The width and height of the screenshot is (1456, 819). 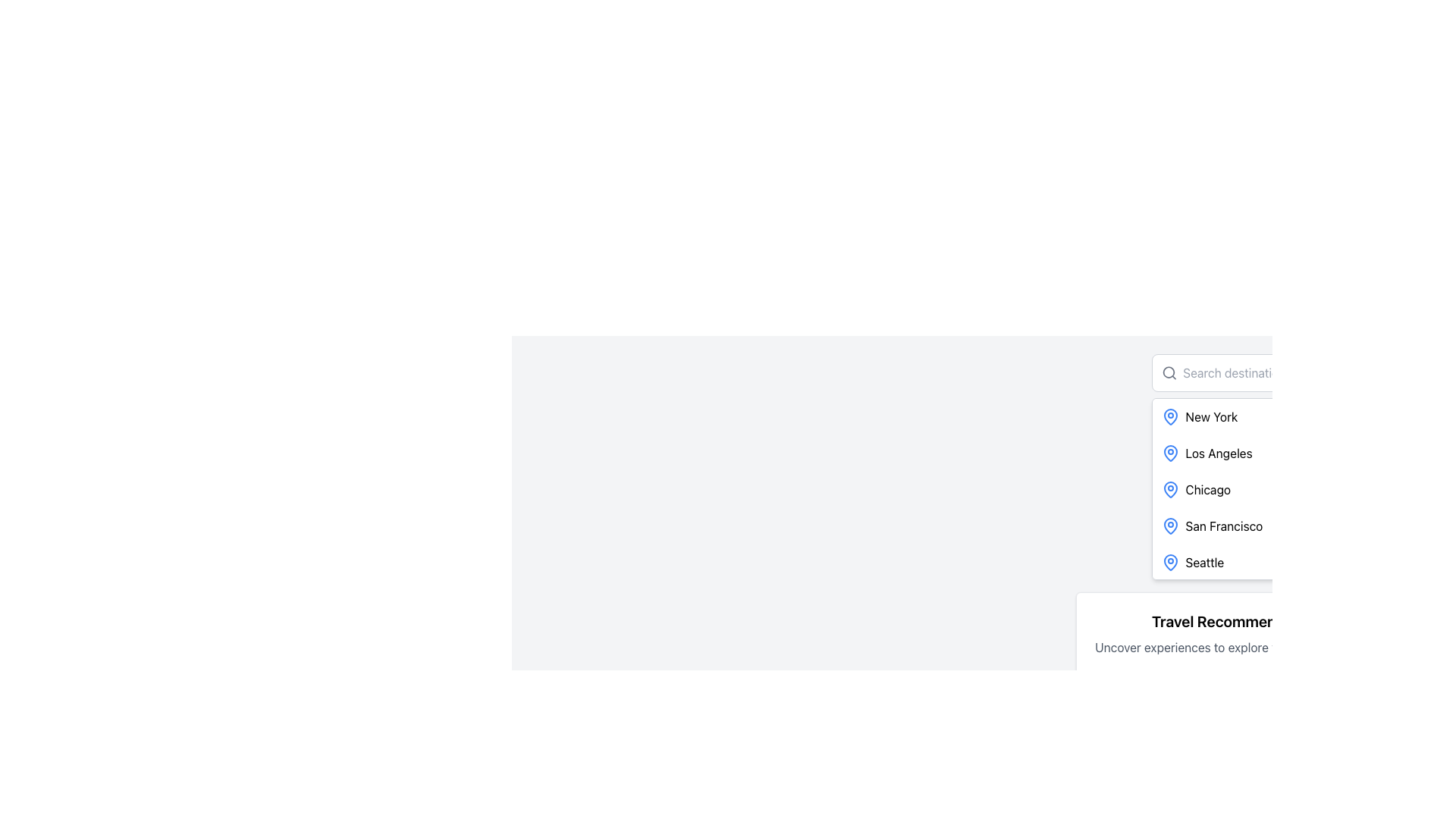 I want to click on the map pin icon located to the left of the text label 'Los Angeles', which is part of the vertical list of city names, so click(x=1169, y=452).